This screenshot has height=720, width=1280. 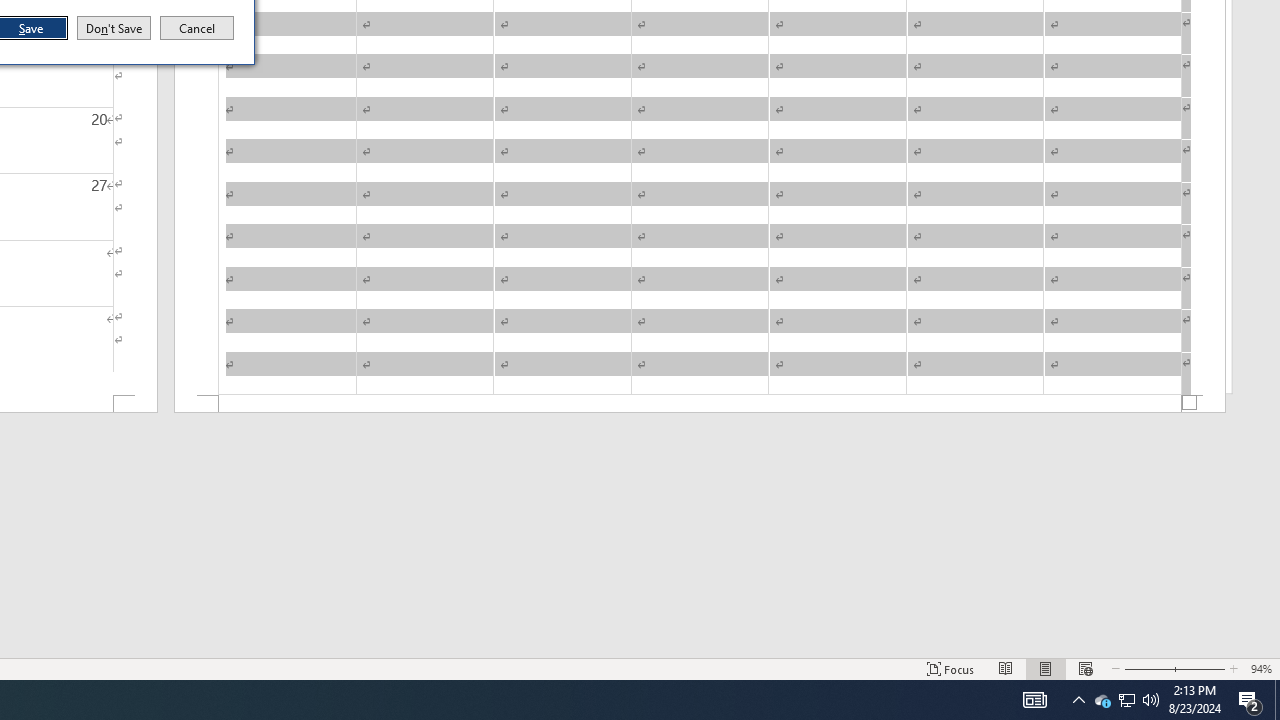 What do you see at coordinates (1034, 698) in the screenshot?
I see `'AutomationID: 4105'` at bounding box center [1034, 698].